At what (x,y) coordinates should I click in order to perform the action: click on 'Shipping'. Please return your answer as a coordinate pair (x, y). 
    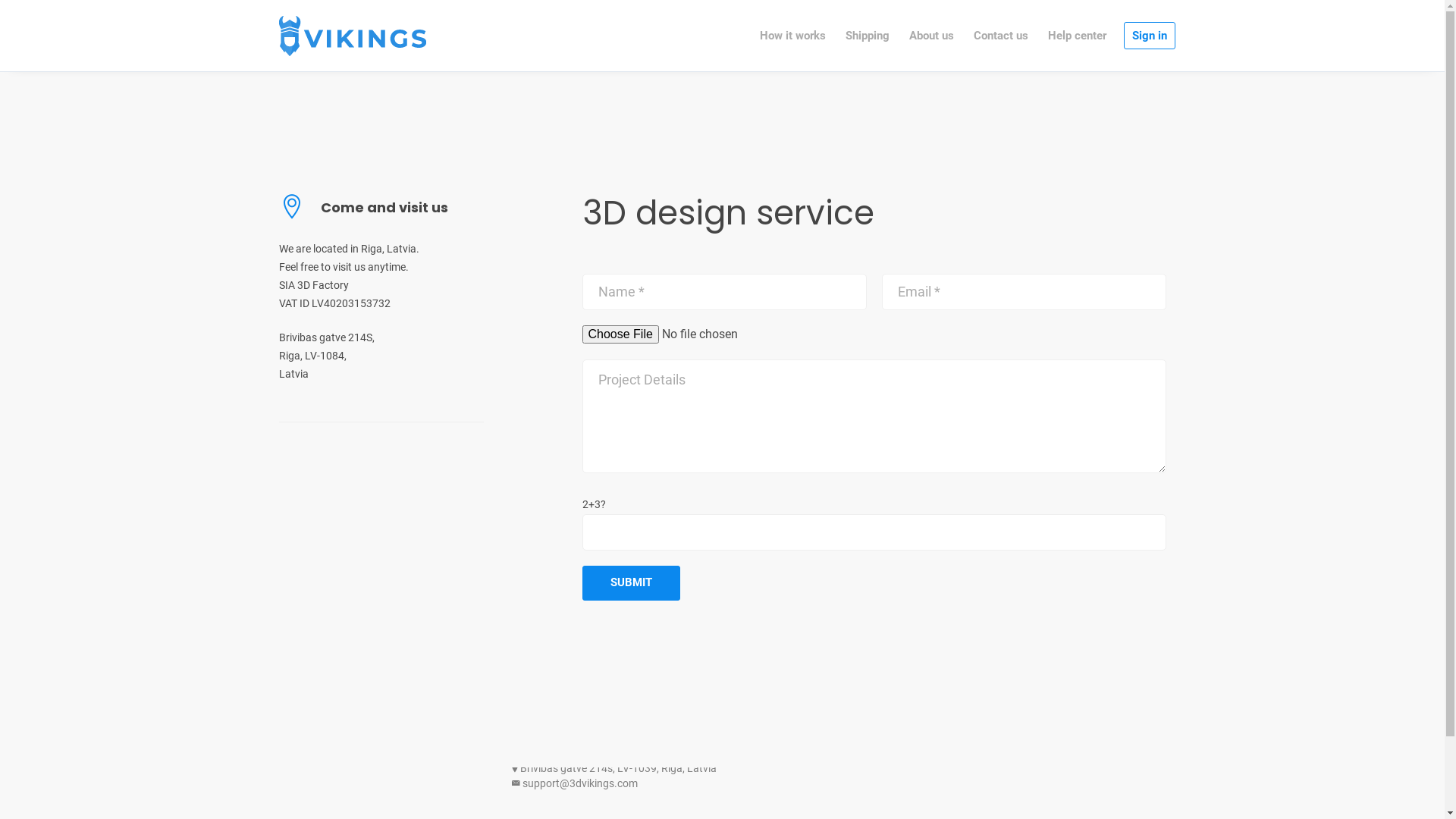
    Looking at the image, I should click on (868, 34).